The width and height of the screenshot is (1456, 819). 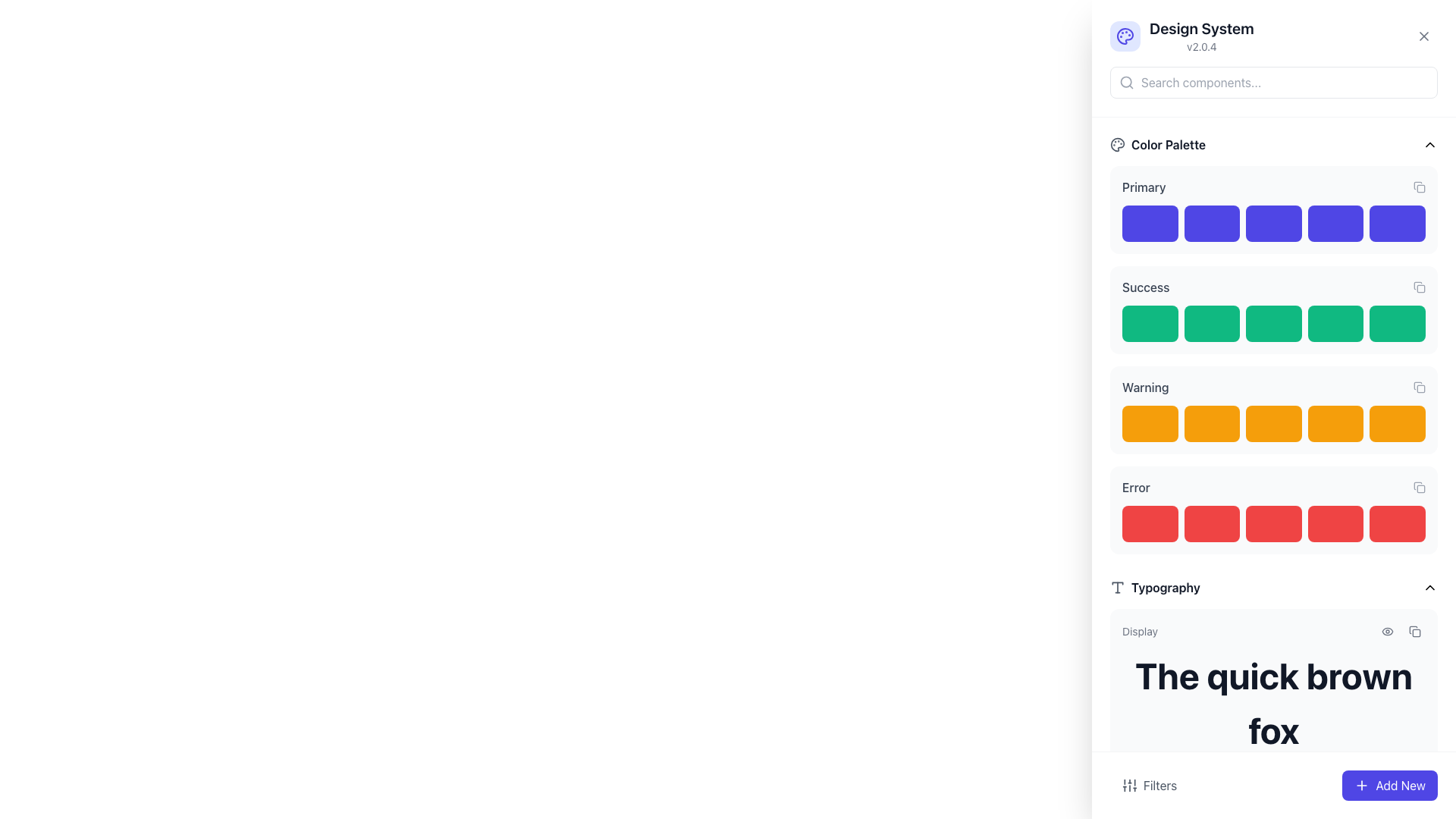 I want to click on the artist's palette icon, which is a rounded shape with circular cutouts and an indigo color, so click(x=1125, y=35).